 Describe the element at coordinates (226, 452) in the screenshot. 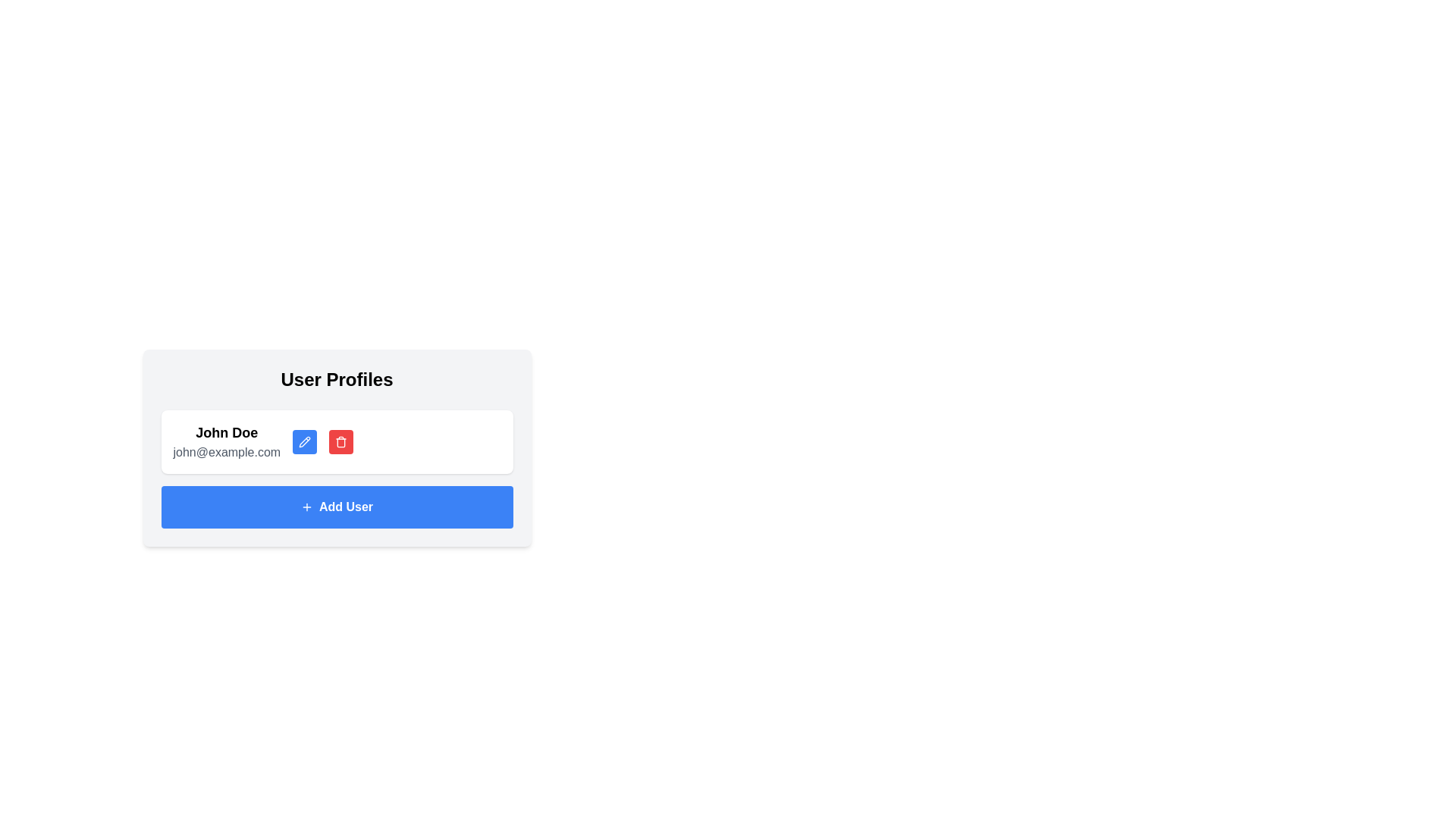

I see `the text label displaying the email address 'john@example.com' located below 'John Doe' in the user card block` at that location.